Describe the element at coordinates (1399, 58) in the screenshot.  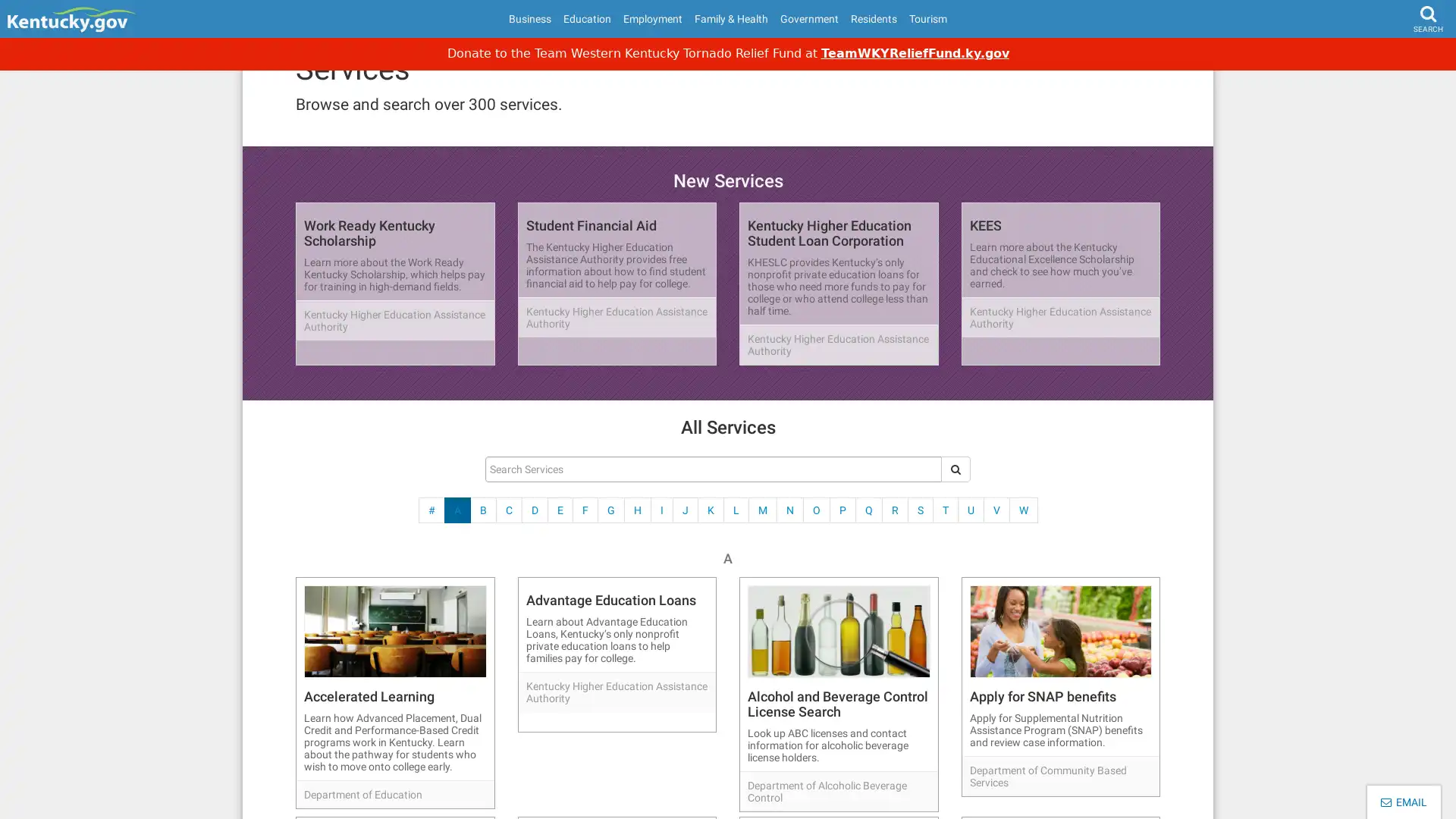
I see `Search` at that location.